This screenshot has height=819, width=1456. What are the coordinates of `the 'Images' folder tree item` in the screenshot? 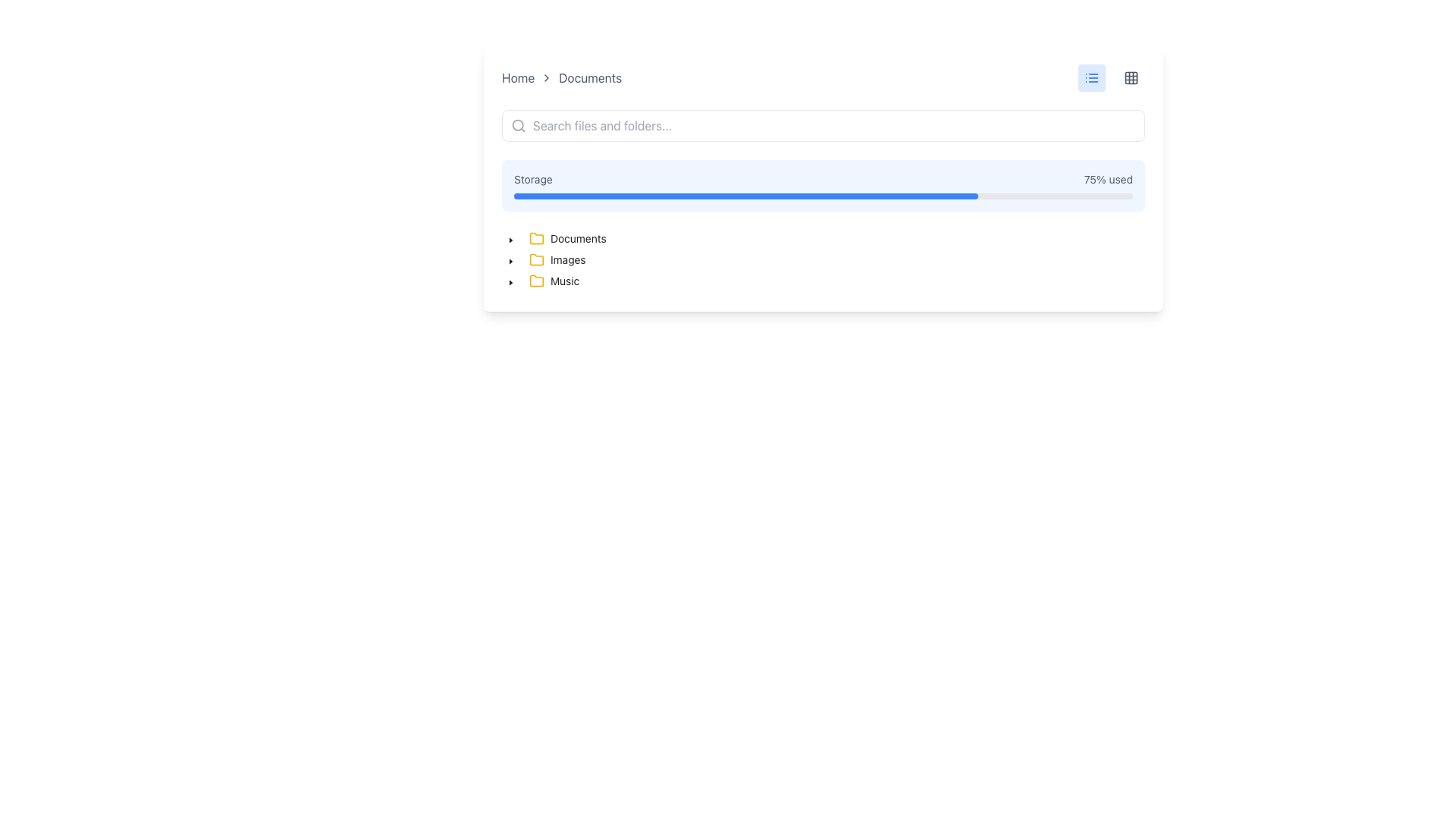 It's located at (546, 259).